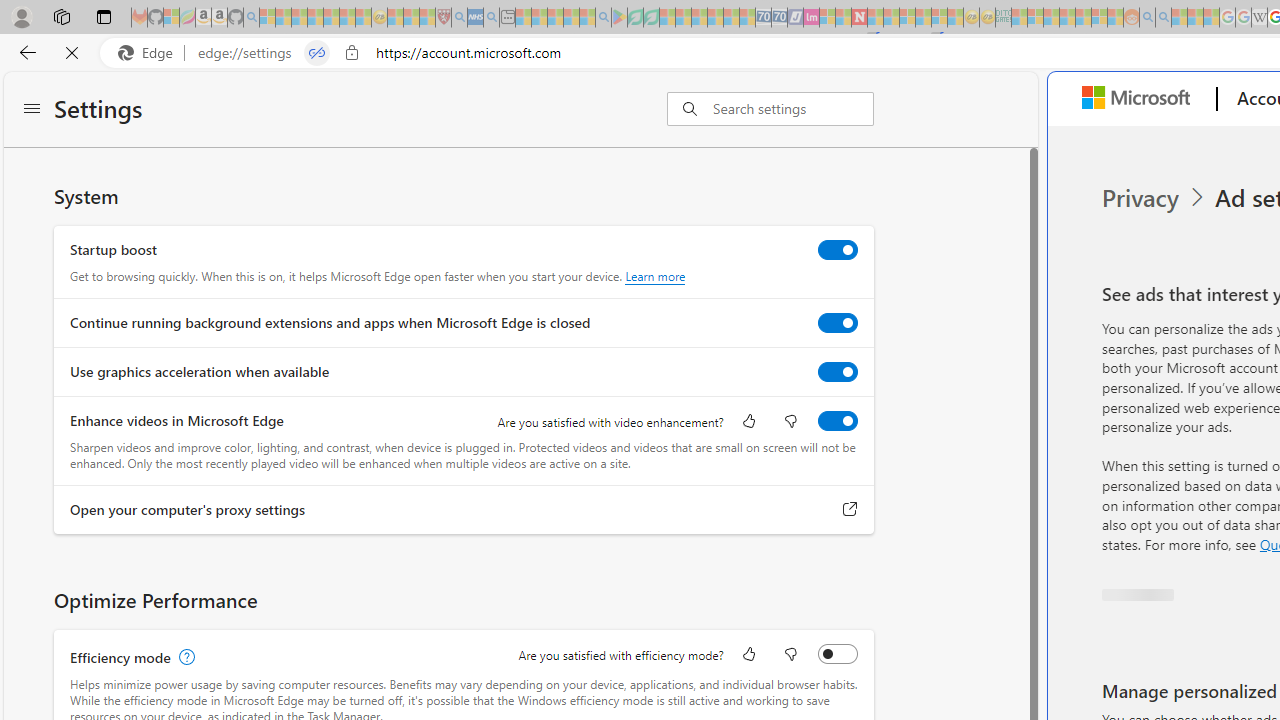 This screenshot has height=720, width=1280. What do you see at coordinates (655, 276) in the screenshot?
I see `'Learn more'` at bounding box center [655, 276].